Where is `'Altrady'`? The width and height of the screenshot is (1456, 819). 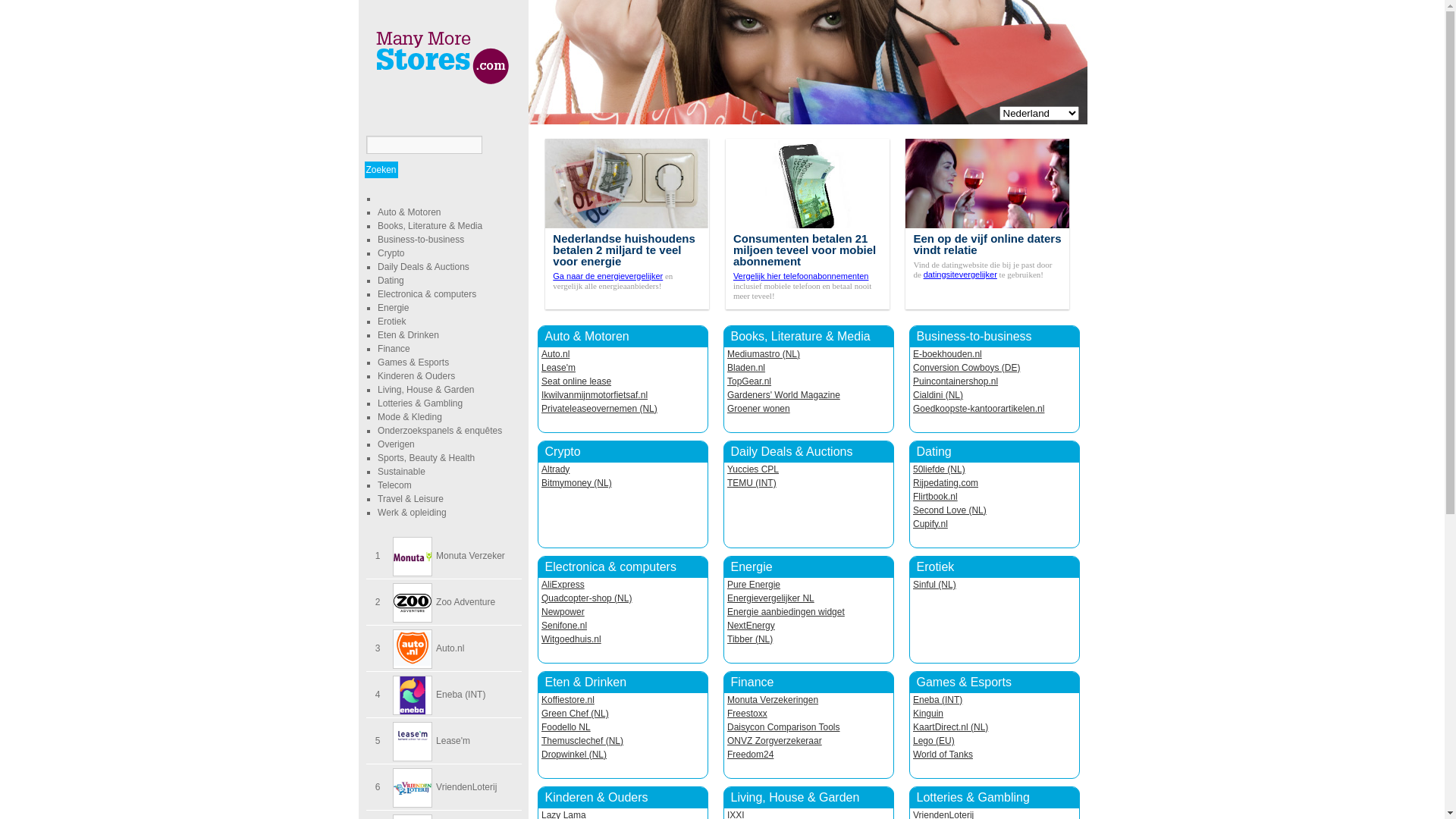 'Altrady' is located at coordinates (554, 468).